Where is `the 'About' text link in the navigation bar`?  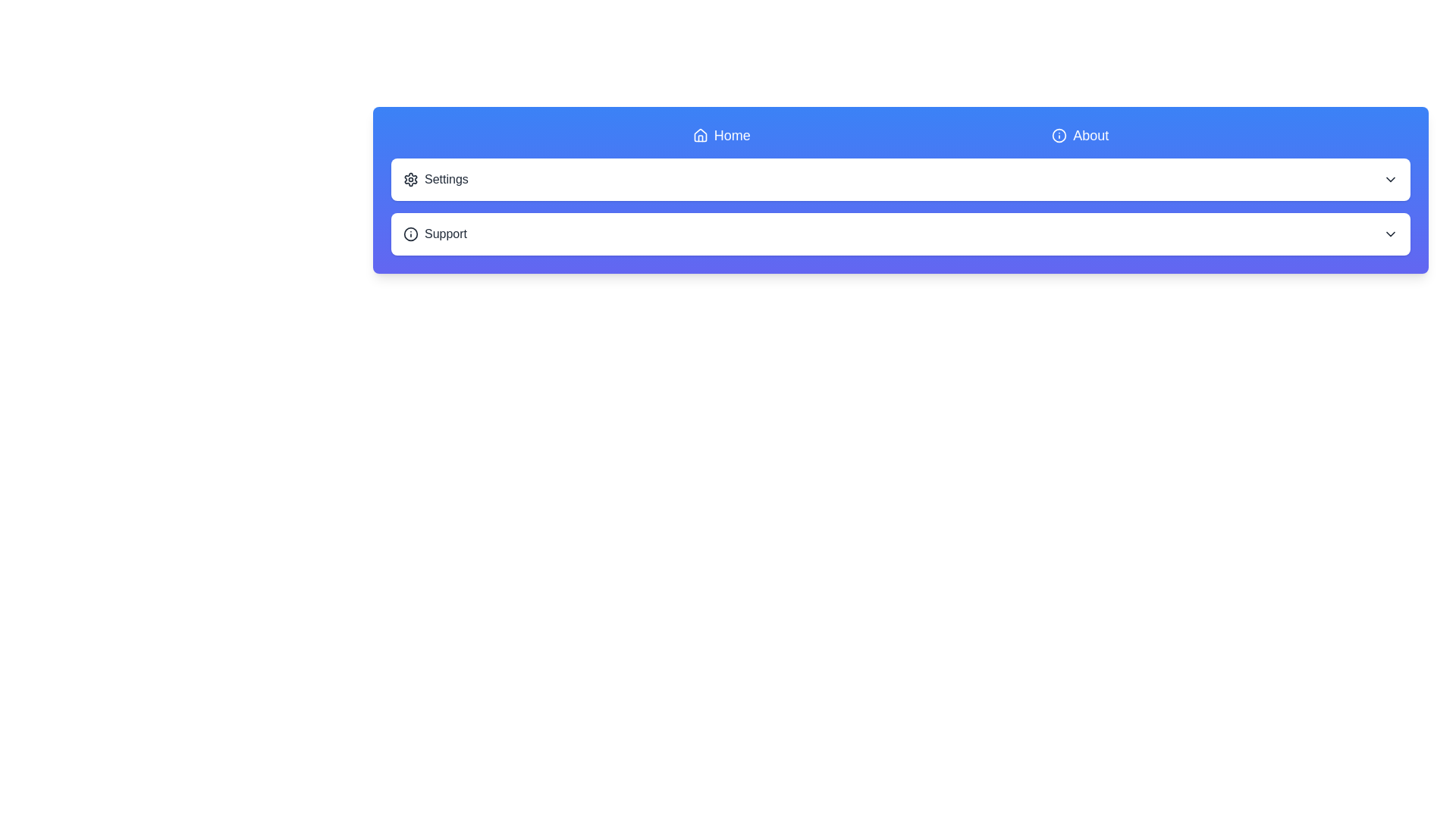
the 'About' text link in the navigation bar is located at coordinates (1090, 134).